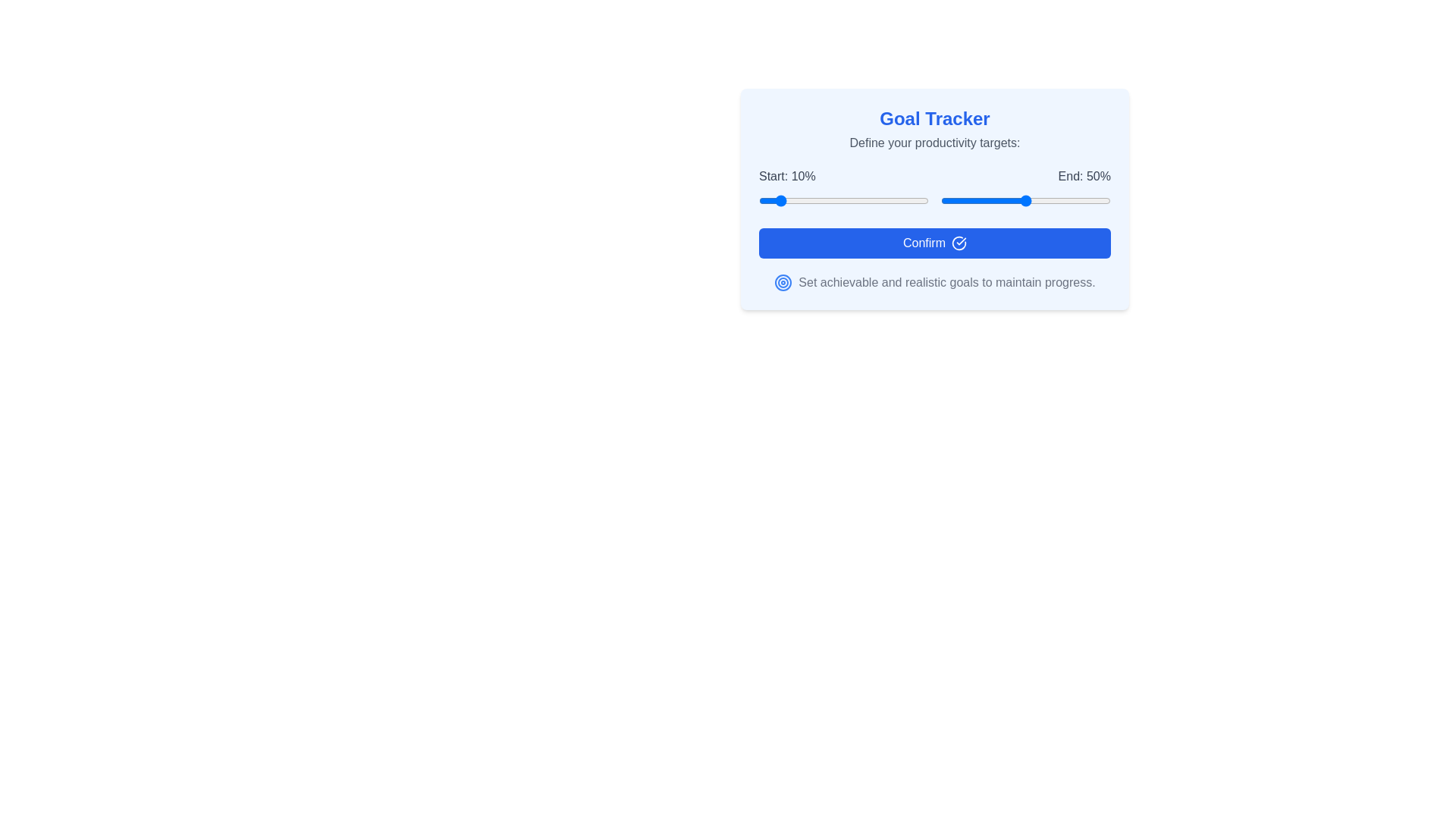 The width and height of the screenshot is (1456, 819). Describe the element at coordinates (1010, 200) in the screenshot. I see `the slider` at that location.